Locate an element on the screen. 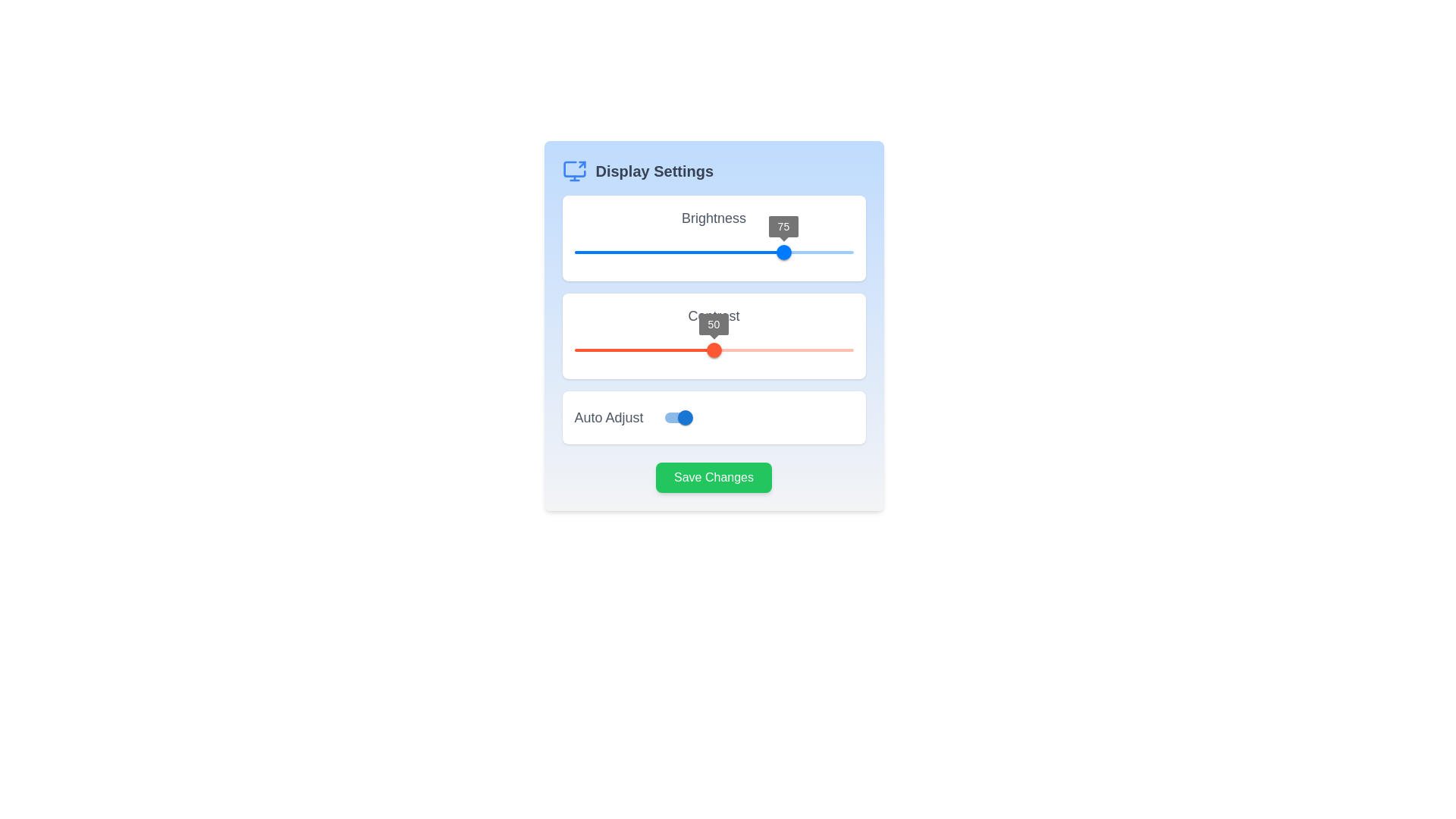 The height and width of the screenshot is (819, 1456). the brightness level is located at coordinates (641, 251).